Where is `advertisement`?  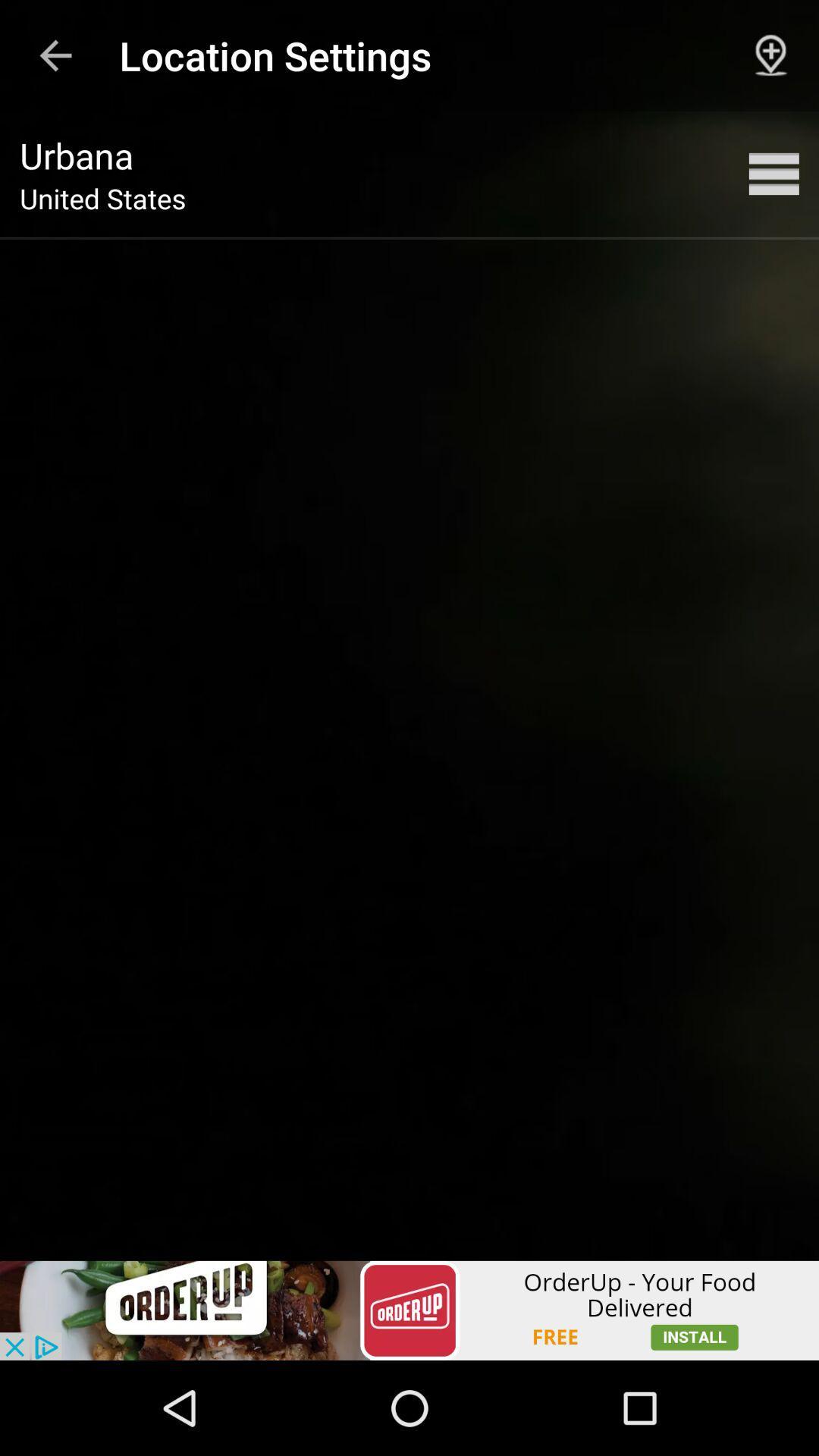
advertisement is located at coordinates (409, 1310).